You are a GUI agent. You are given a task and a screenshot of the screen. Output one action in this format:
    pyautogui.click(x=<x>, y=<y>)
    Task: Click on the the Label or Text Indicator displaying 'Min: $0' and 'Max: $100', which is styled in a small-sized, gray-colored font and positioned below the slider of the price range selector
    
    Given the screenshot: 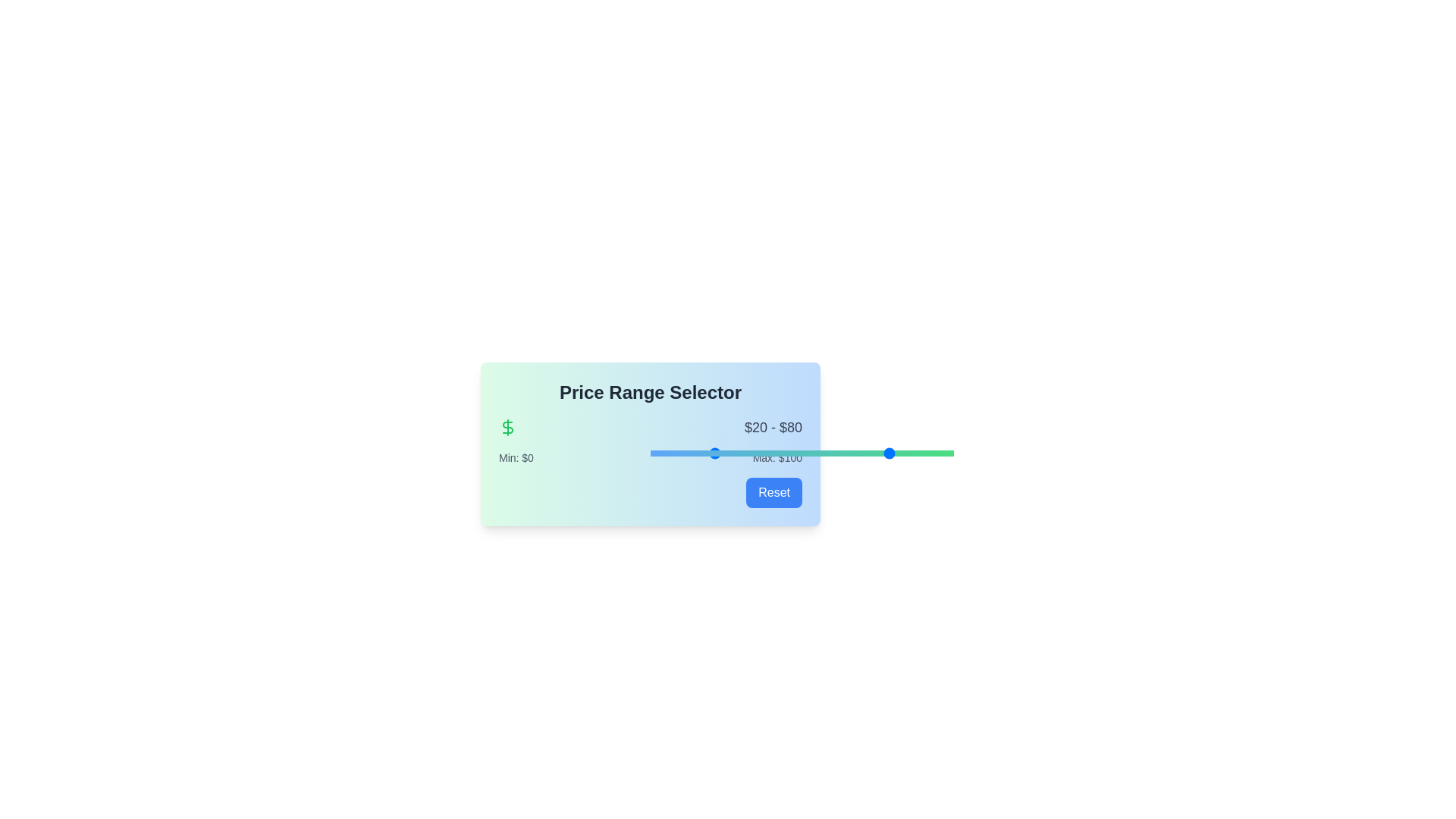 What is the action you would take?
    pyautogui.click(x=651, y=457)
    